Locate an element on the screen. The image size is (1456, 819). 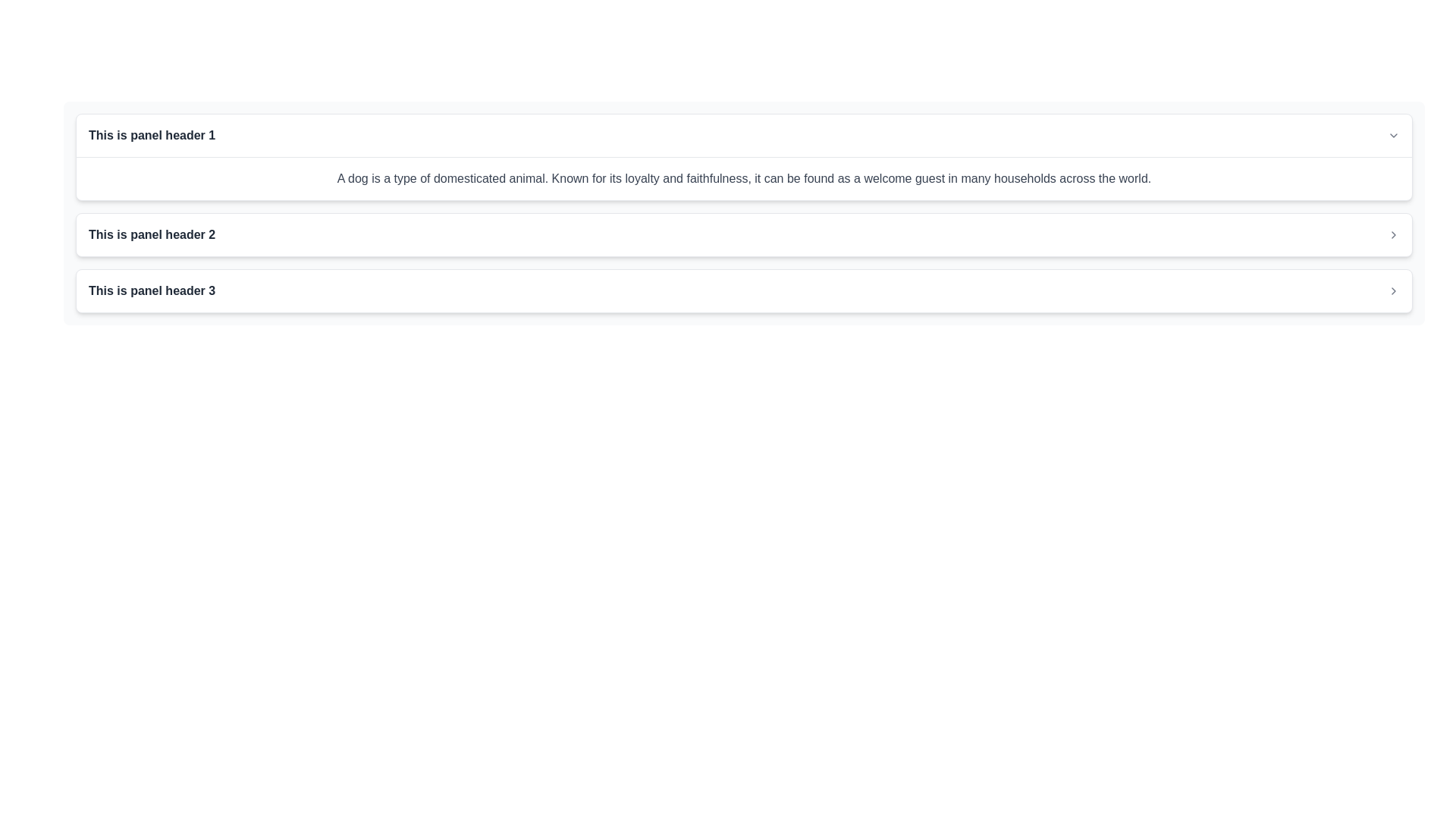
the downward-facing gray chevron icon located at the far-right end of the first panel's header, next to 'This is panel header 1' is located at coordinates (1394, 134).